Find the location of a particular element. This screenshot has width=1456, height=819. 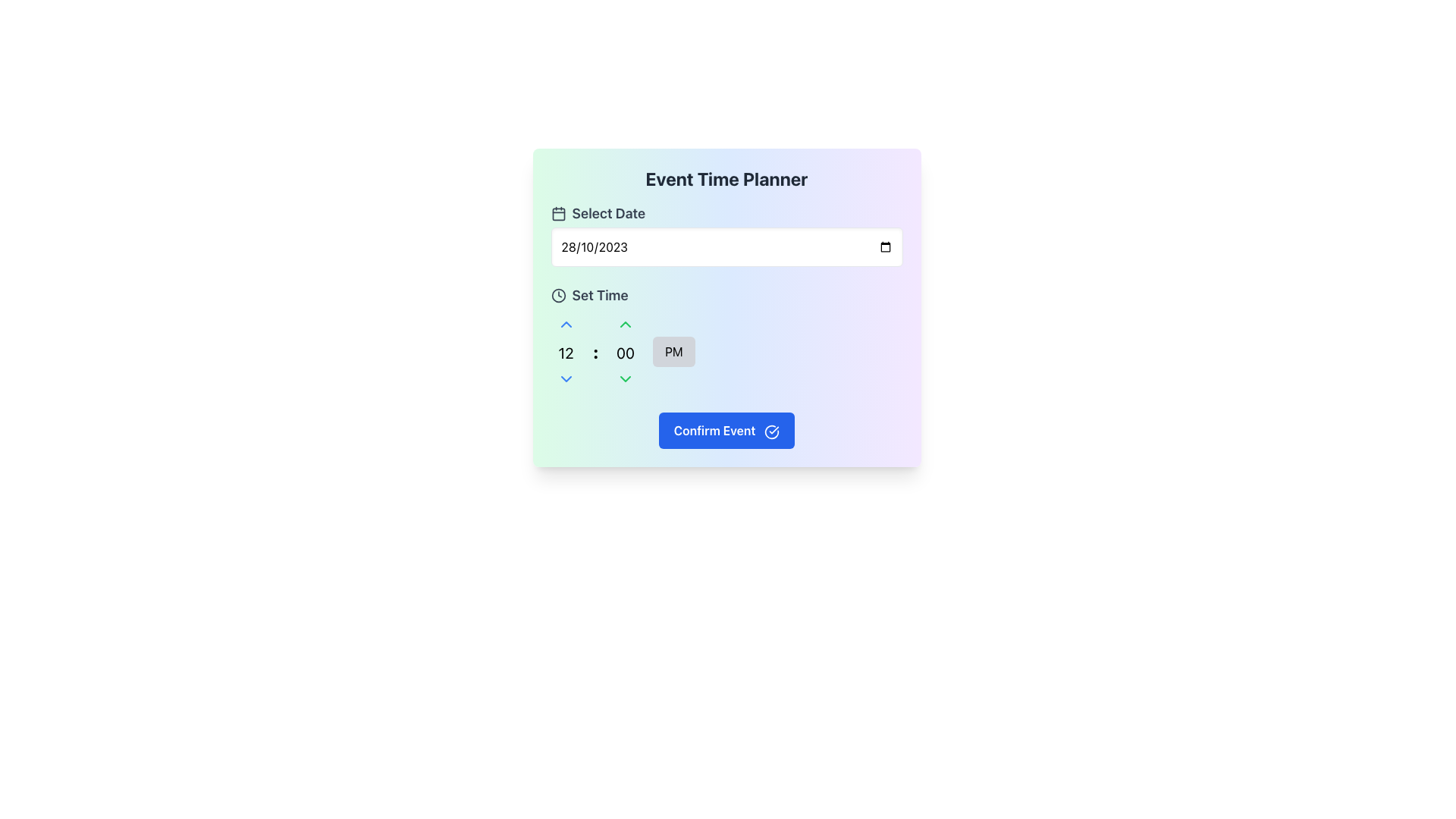

hour value displayed in the text-based display component located on the left side of the time input area, positioned directly below the upward chevron icon and above the downward chevron icon is located at coordinates (565, 351).